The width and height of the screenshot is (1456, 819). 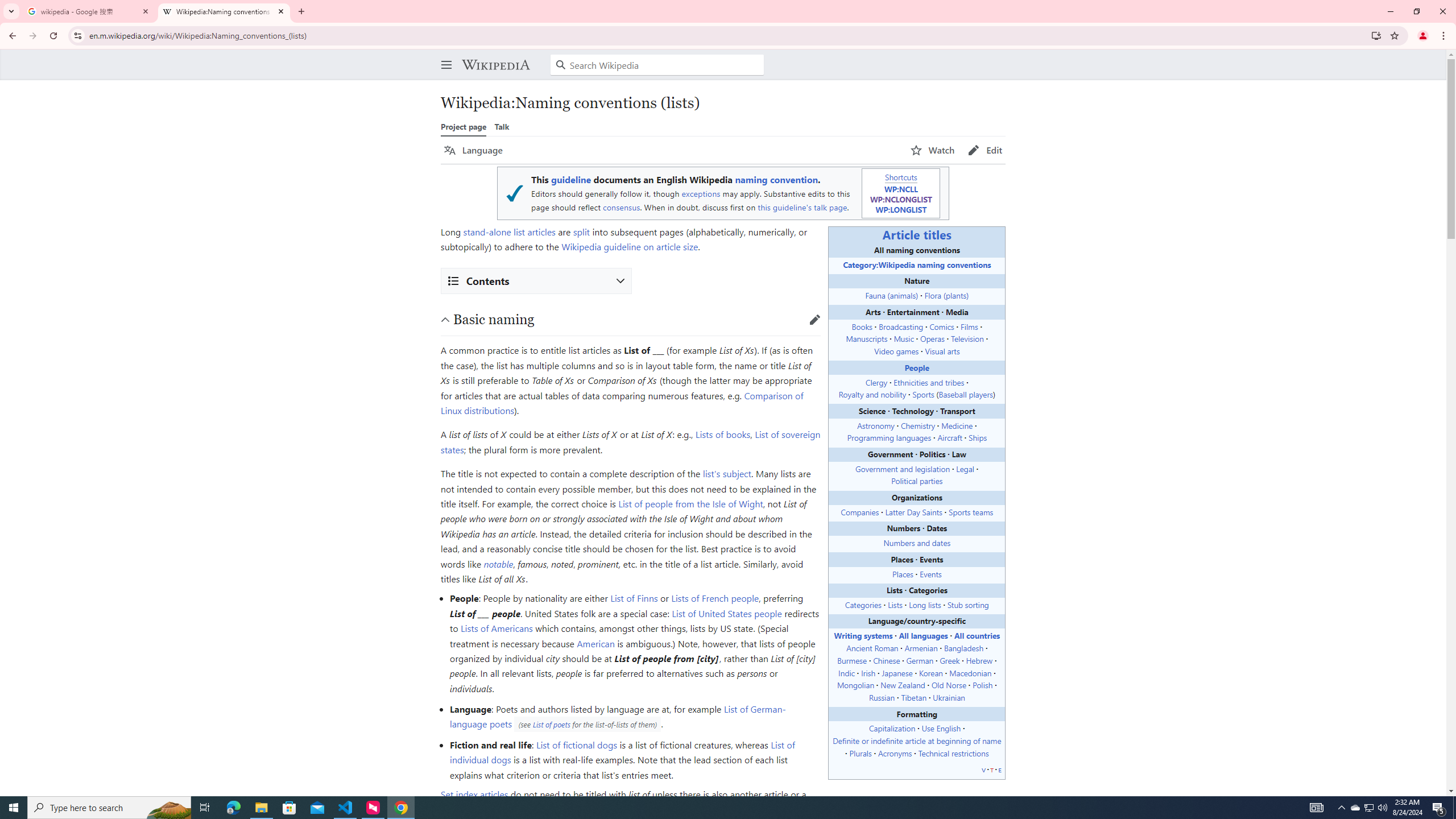 I want to click on 'Article titles', so click(x=916, y=234).